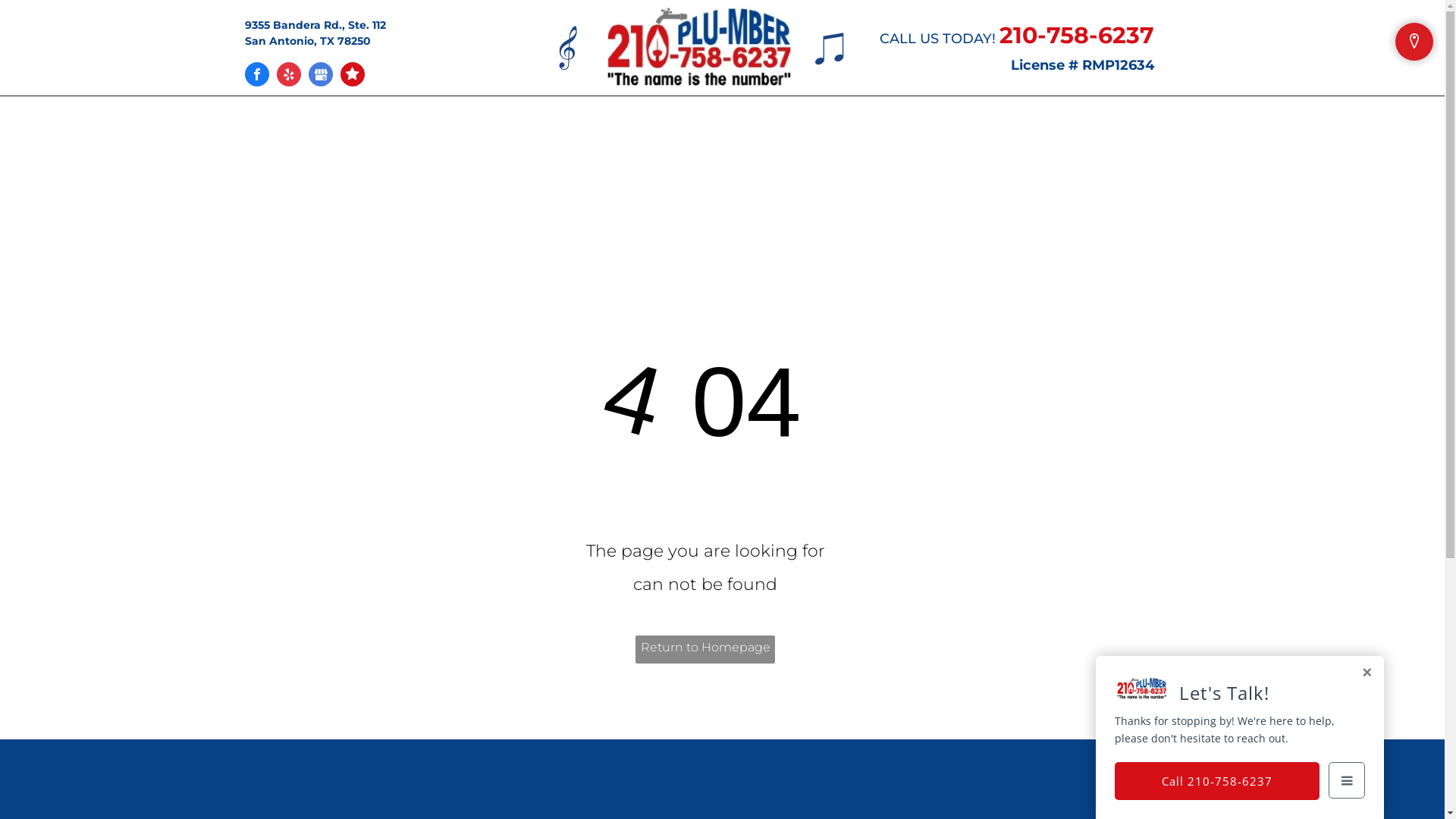 The image size is (1456, 819). Describe the element at coordinates (971, 127) in the screenshot. I see `'Contact Us'` at that location.